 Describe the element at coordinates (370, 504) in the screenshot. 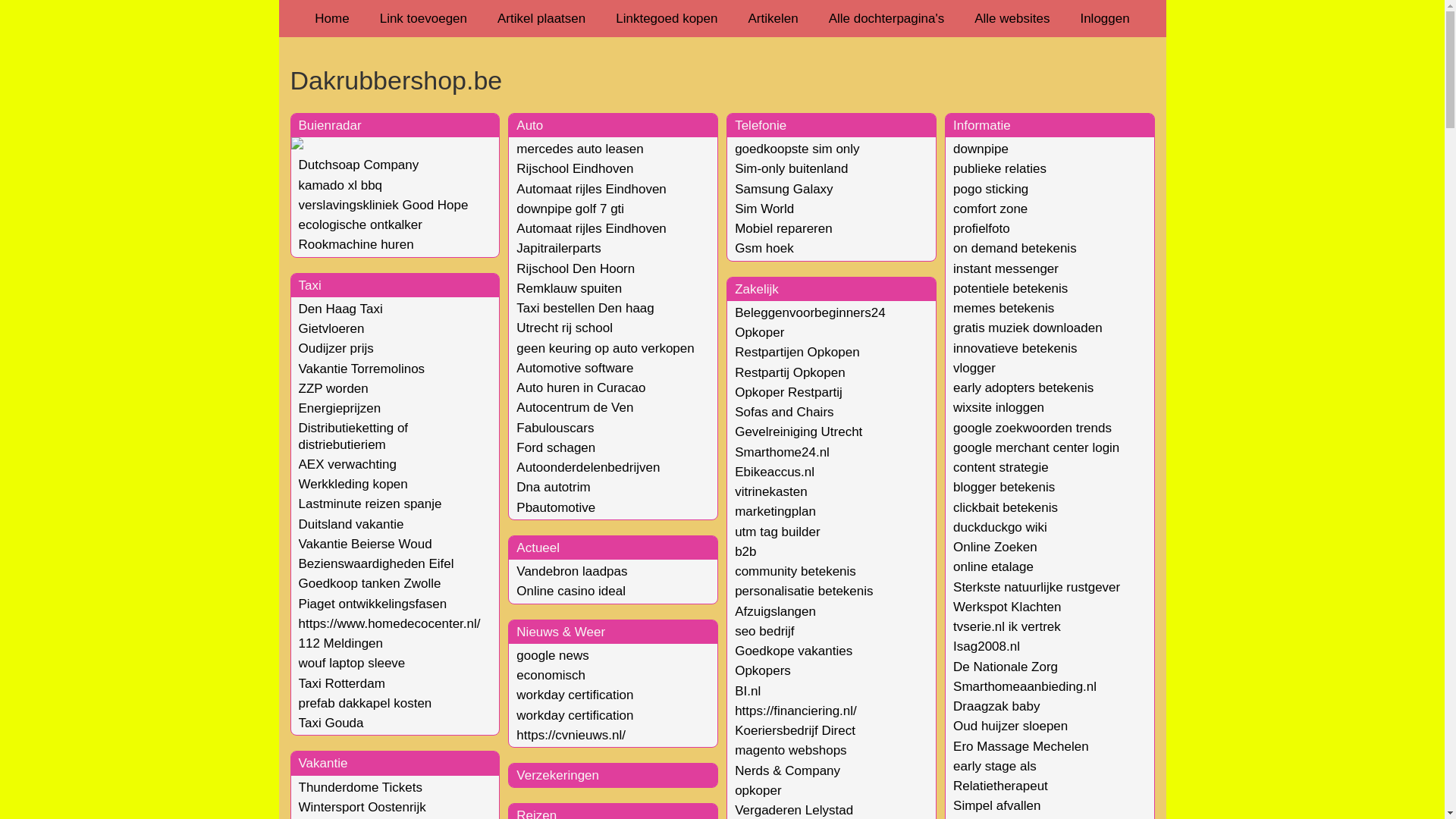

I see `'Lastminute reizen spanje'` at that location.